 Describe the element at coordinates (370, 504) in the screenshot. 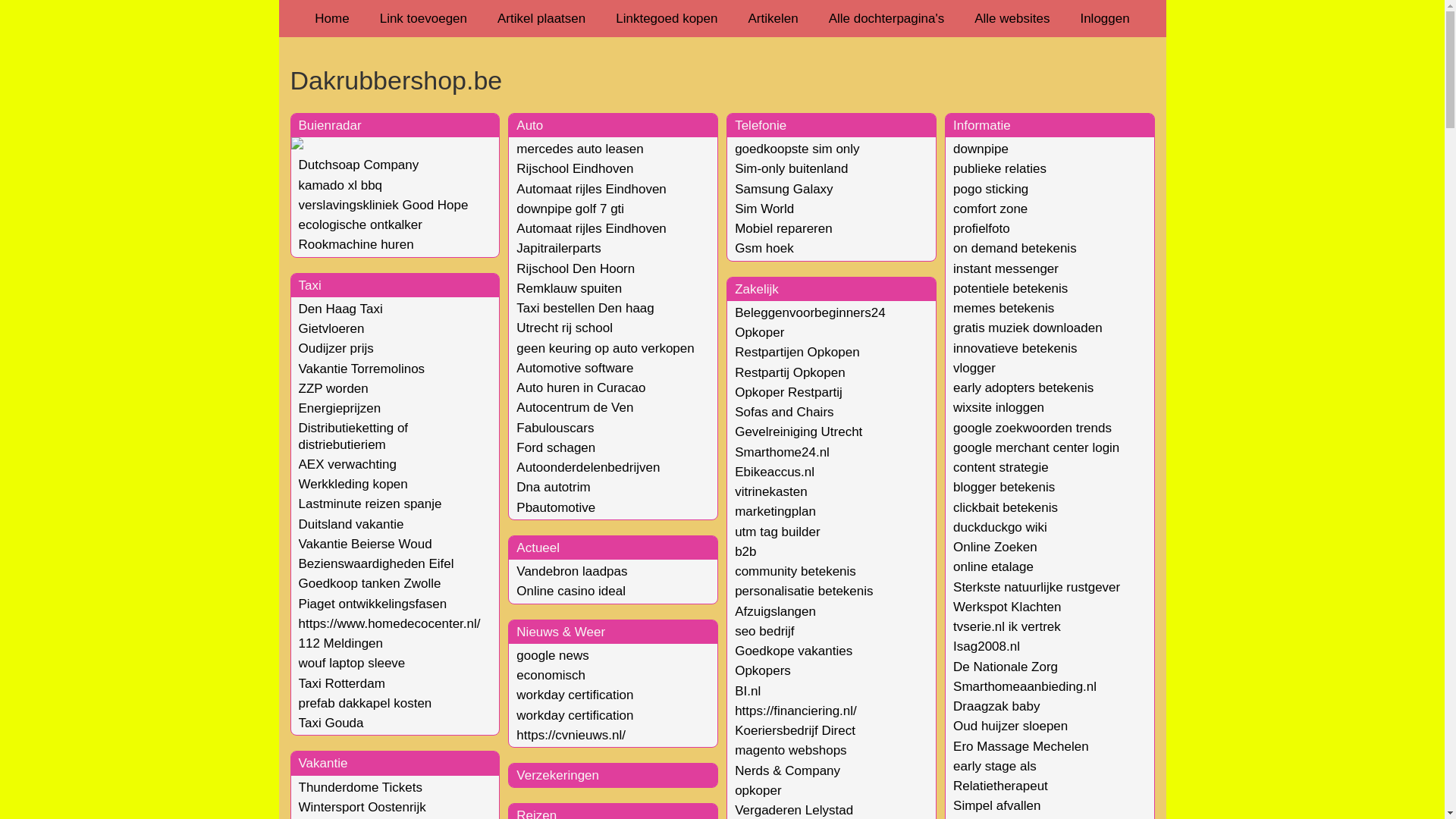

I see `'Lastminute reizen spanje'` at that location.